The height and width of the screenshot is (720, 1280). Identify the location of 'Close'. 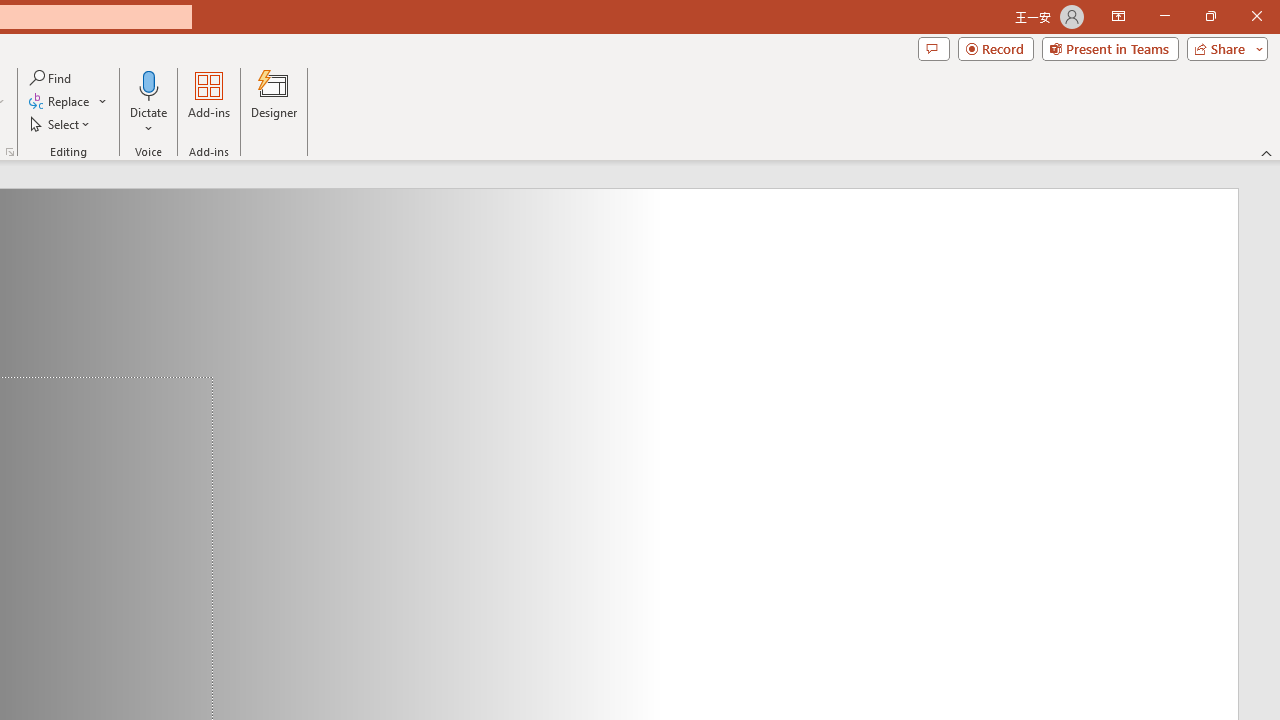
(1255, 16).